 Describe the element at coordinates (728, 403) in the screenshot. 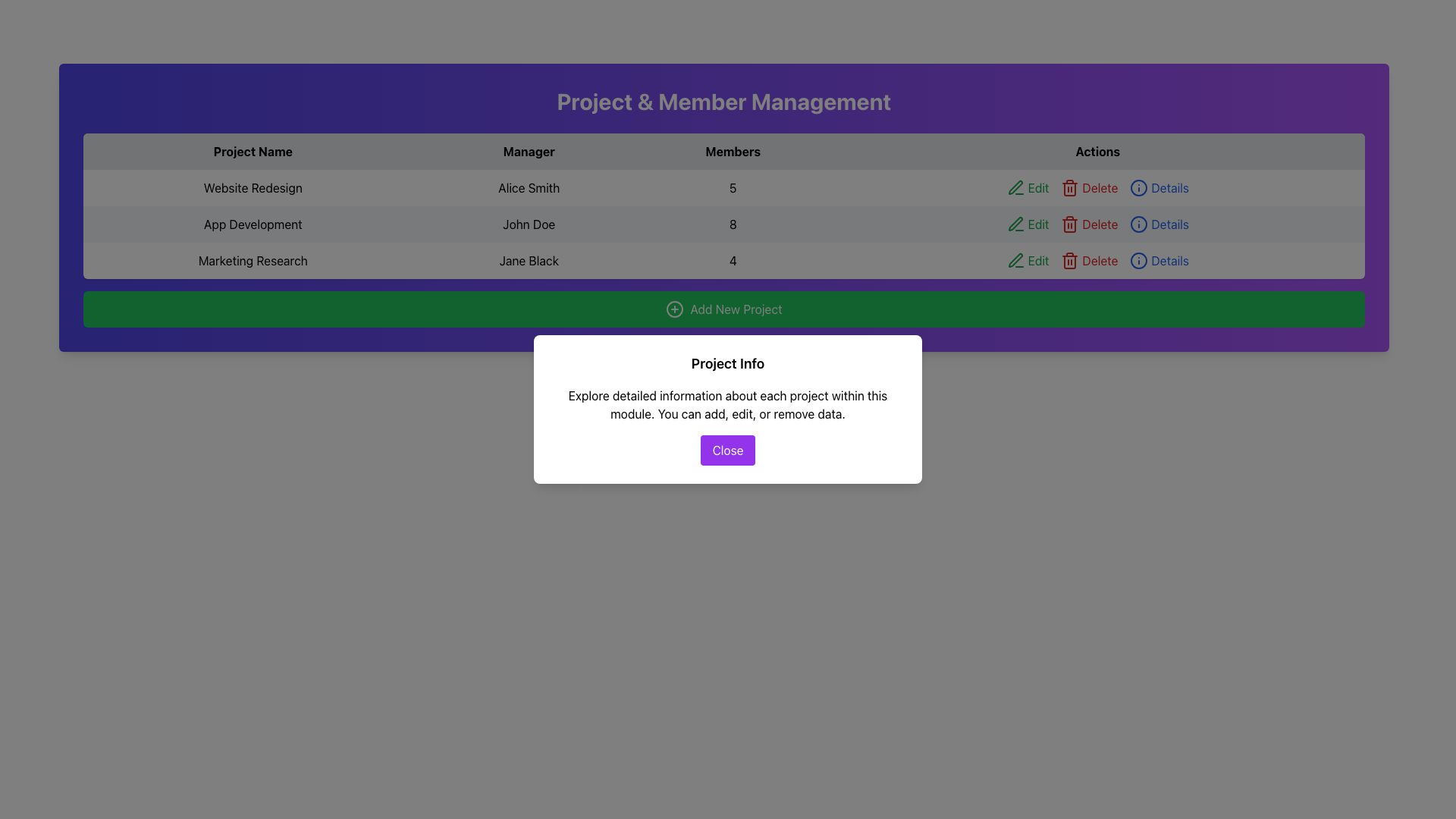

I see `the text block that displays detailed information about projects, located in the modal below the header 'Project Info' and above the 'Close' button` at that location.